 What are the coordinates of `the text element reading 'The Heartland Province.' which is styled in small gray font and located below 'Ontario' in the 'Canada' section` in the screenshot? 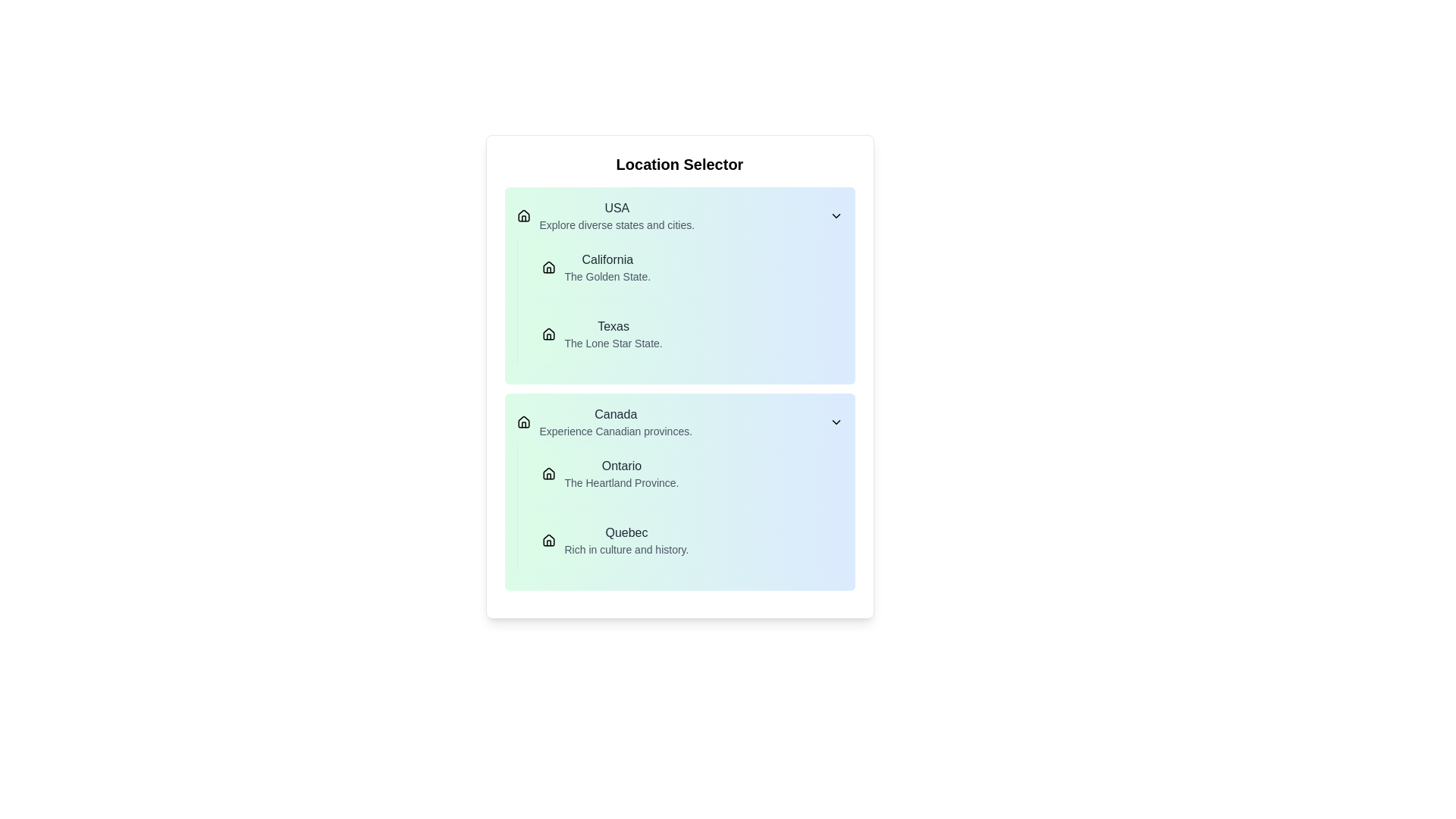 It's located at (622, 482).